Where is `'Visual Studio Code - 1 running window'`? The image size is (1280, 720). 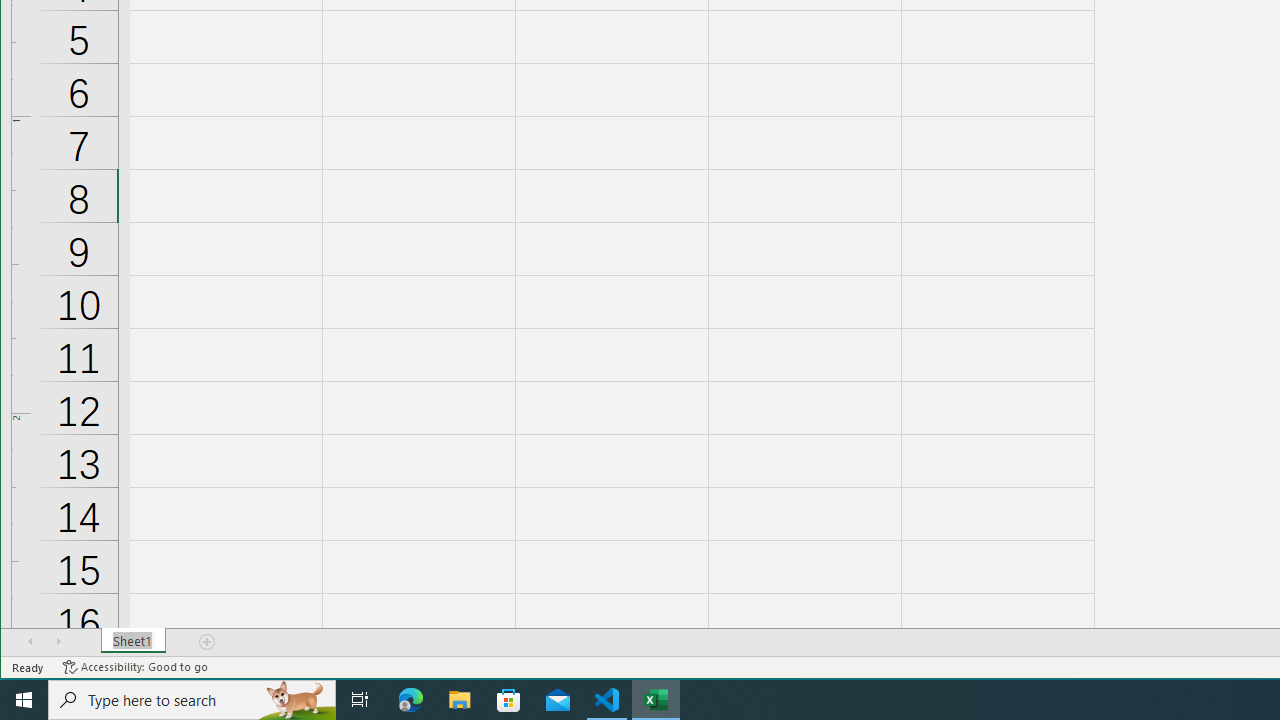 'Visual Studio Code - 1 running window' is located at coordinates (606, 698).